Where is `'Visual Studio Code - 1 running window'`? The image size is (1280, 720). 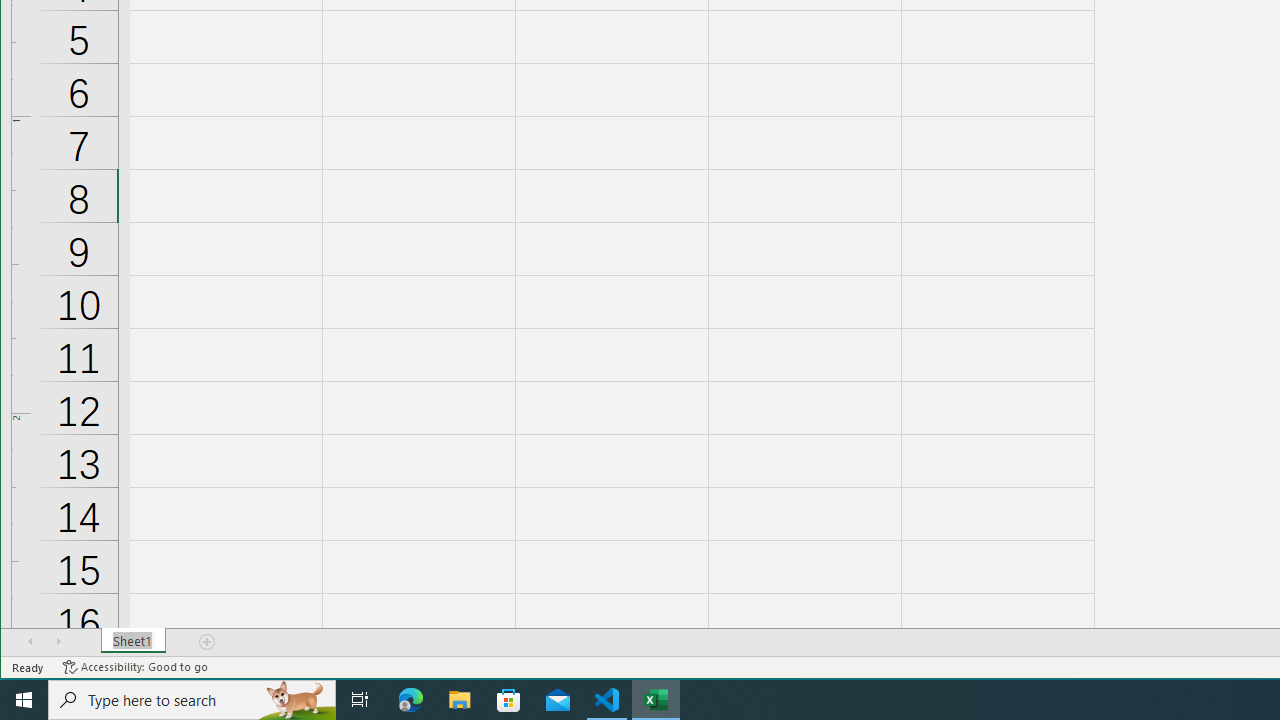 'Visual Studio Code - 1 running window' is located at coordinates (606, 698).